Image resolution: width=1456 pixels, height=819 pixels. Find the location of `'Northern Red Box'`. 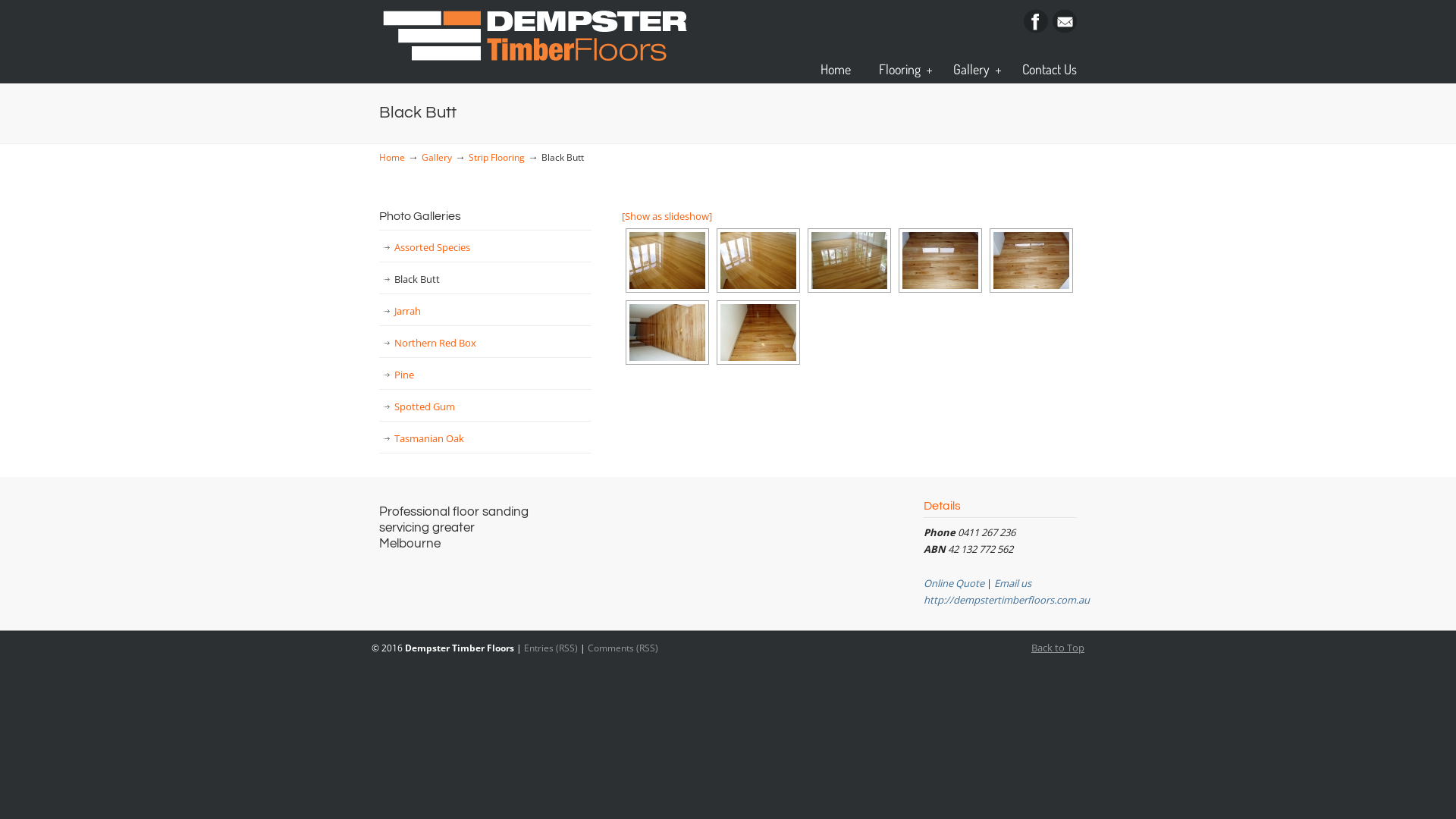

'Northern Red Box' is located at coordinates (484, 342).